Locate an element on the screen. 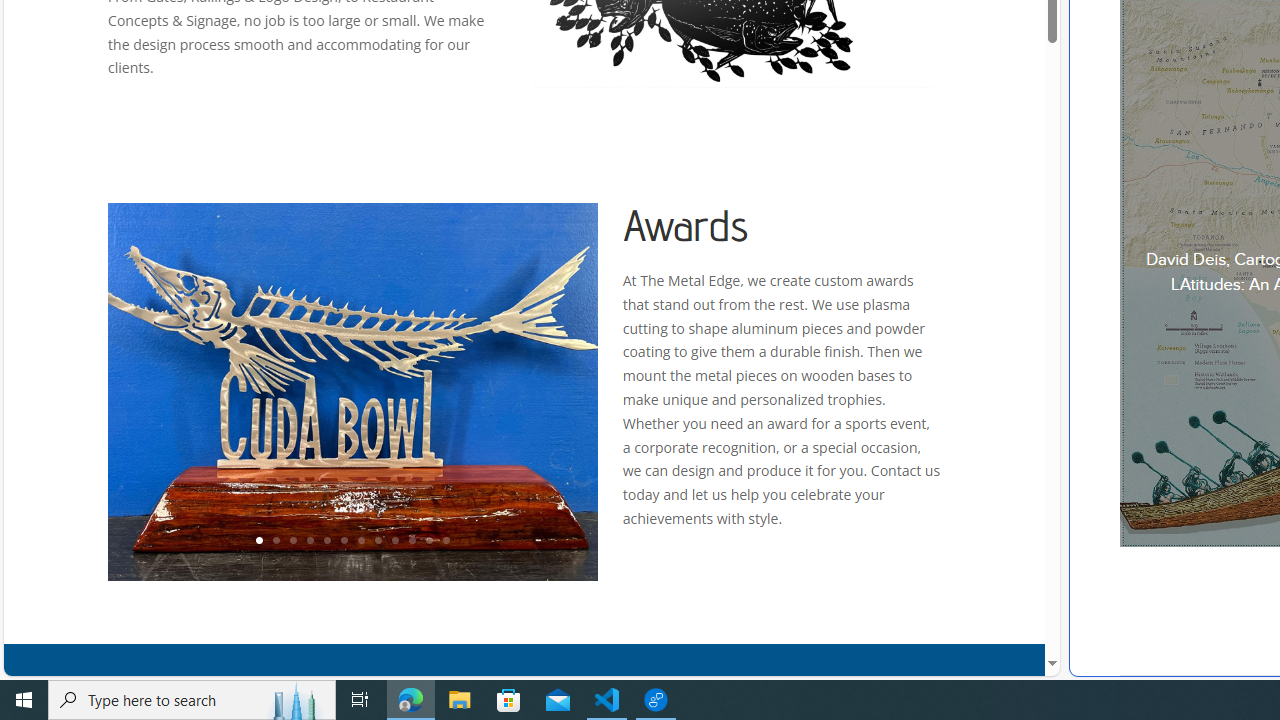 This screenshot has height=720, width=1280. '7' is located at coordinates (360, 541).